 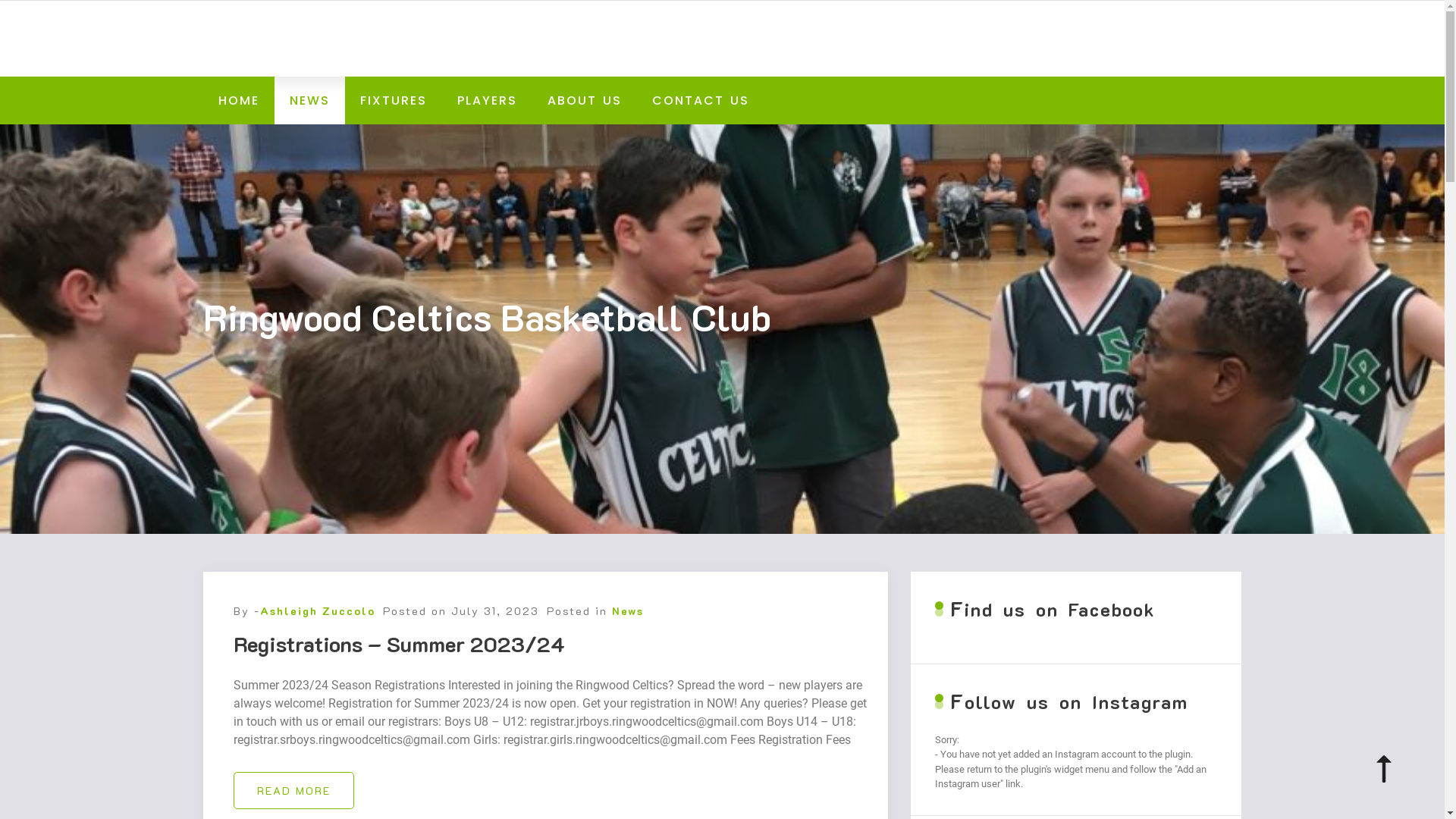 What do you see at coordinates (315, 610) in the screenshot?
I see `'Ashleigh Zuccolo'` at bounding box center [315, 610].